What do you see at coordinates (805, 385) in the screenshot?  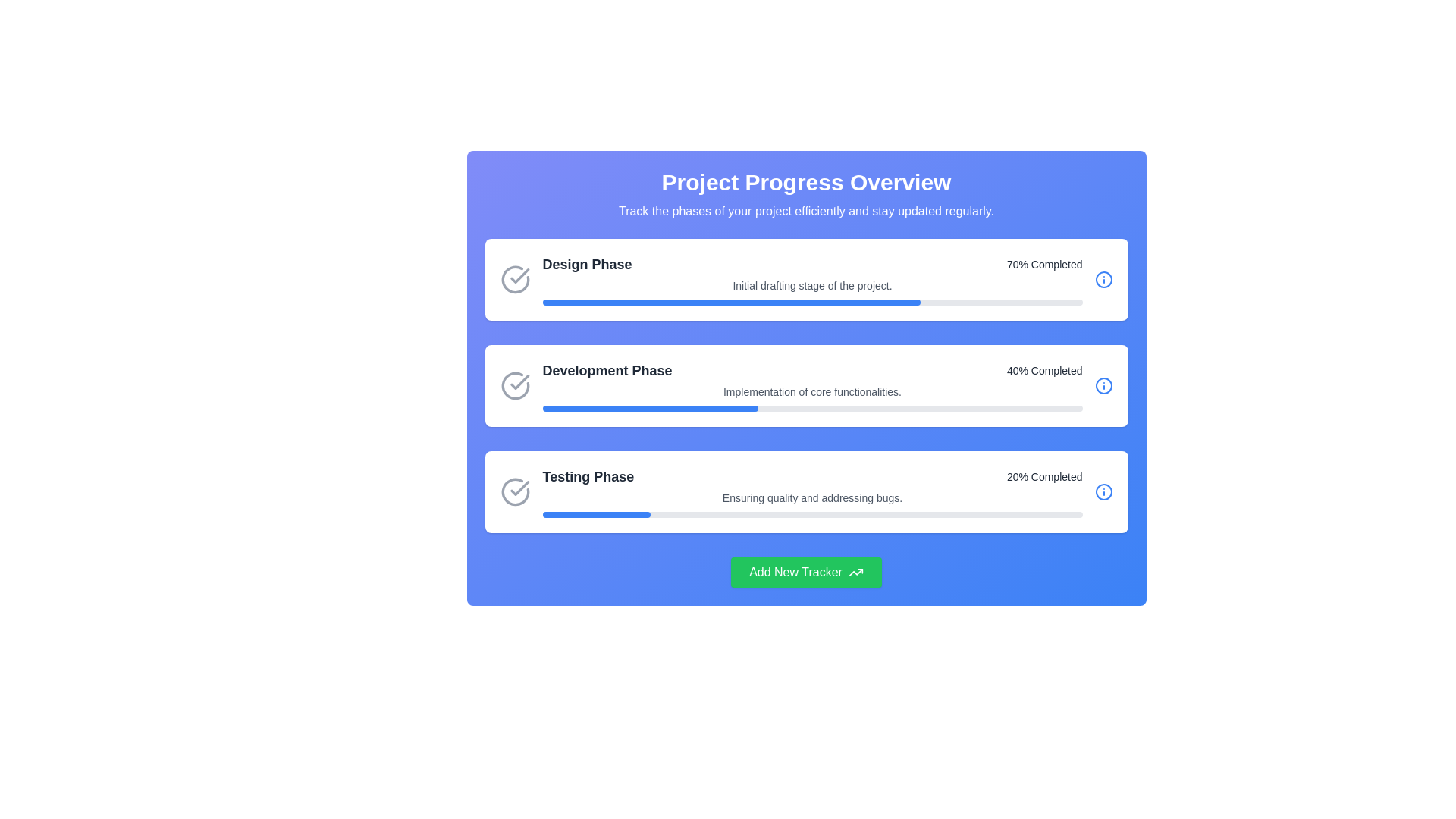 I see `the middle progress section labeled 'Development Phase' in the project overview interface` at bounding box center [805, 385].